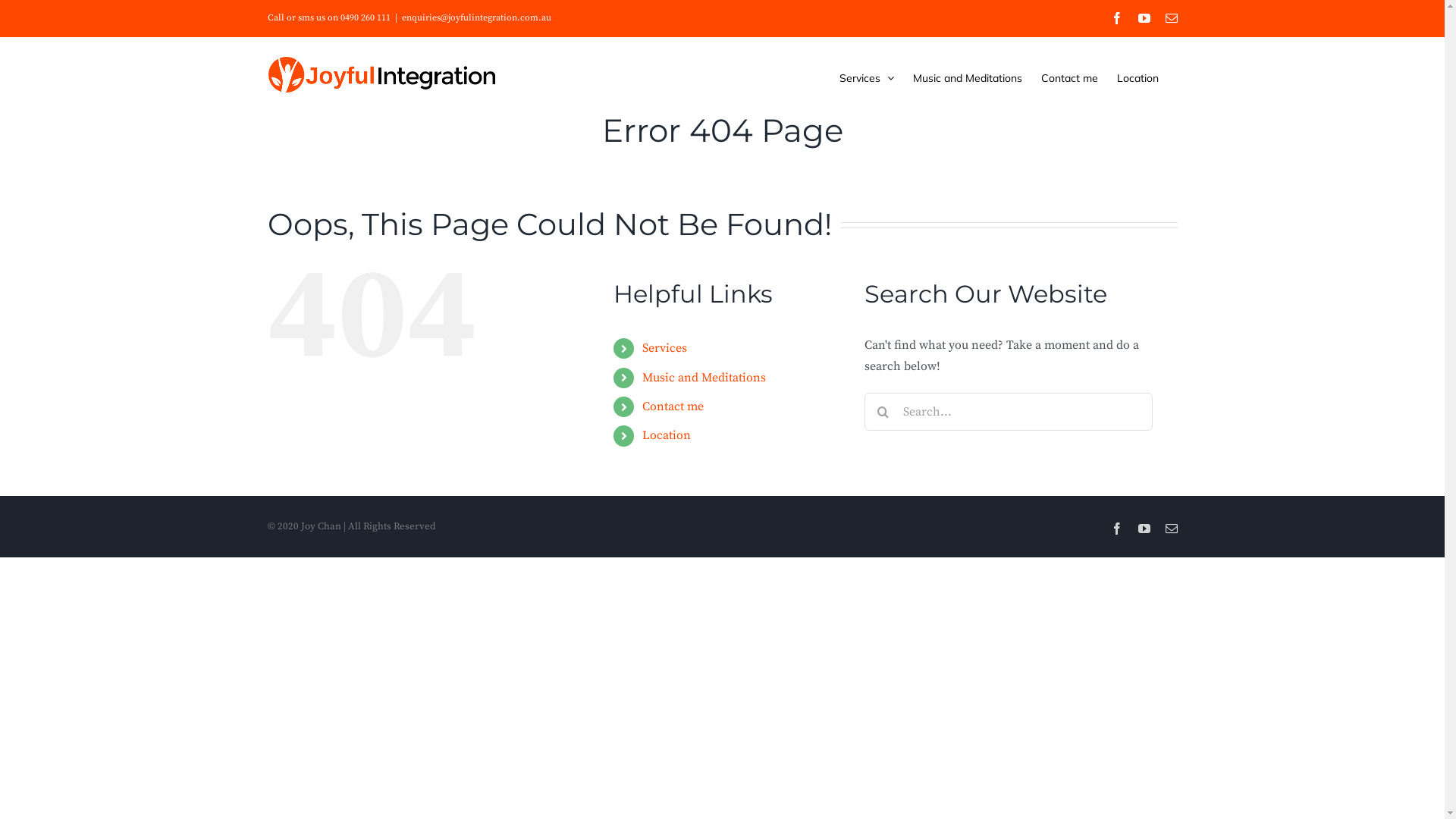  Describe the element at coordinates (866, 77) in the screenshot. I see `'Services'` at that location.